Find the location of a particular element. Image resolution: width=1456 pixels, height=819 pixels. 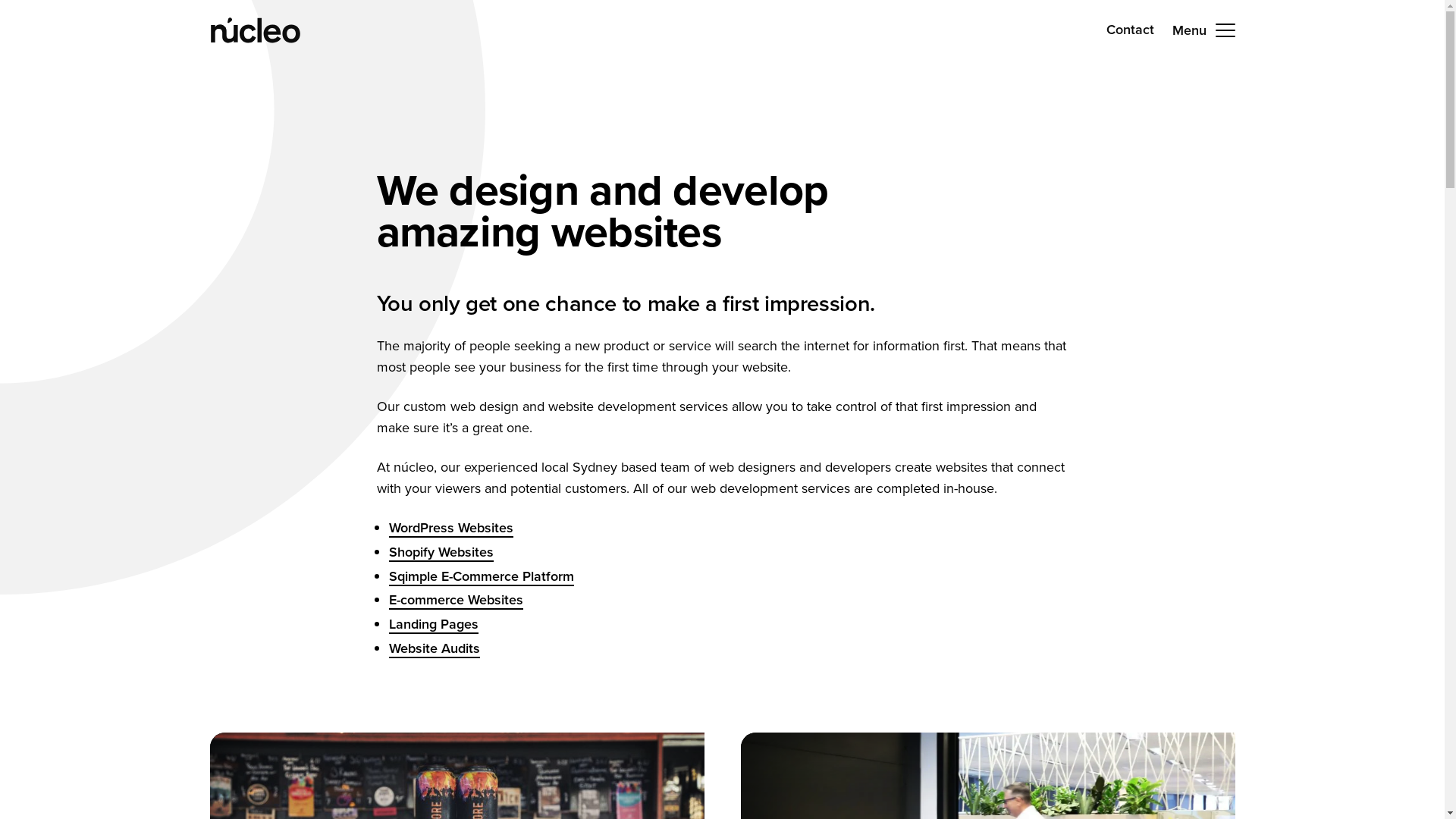

'Menu' is located at coordinates (1203, 30).